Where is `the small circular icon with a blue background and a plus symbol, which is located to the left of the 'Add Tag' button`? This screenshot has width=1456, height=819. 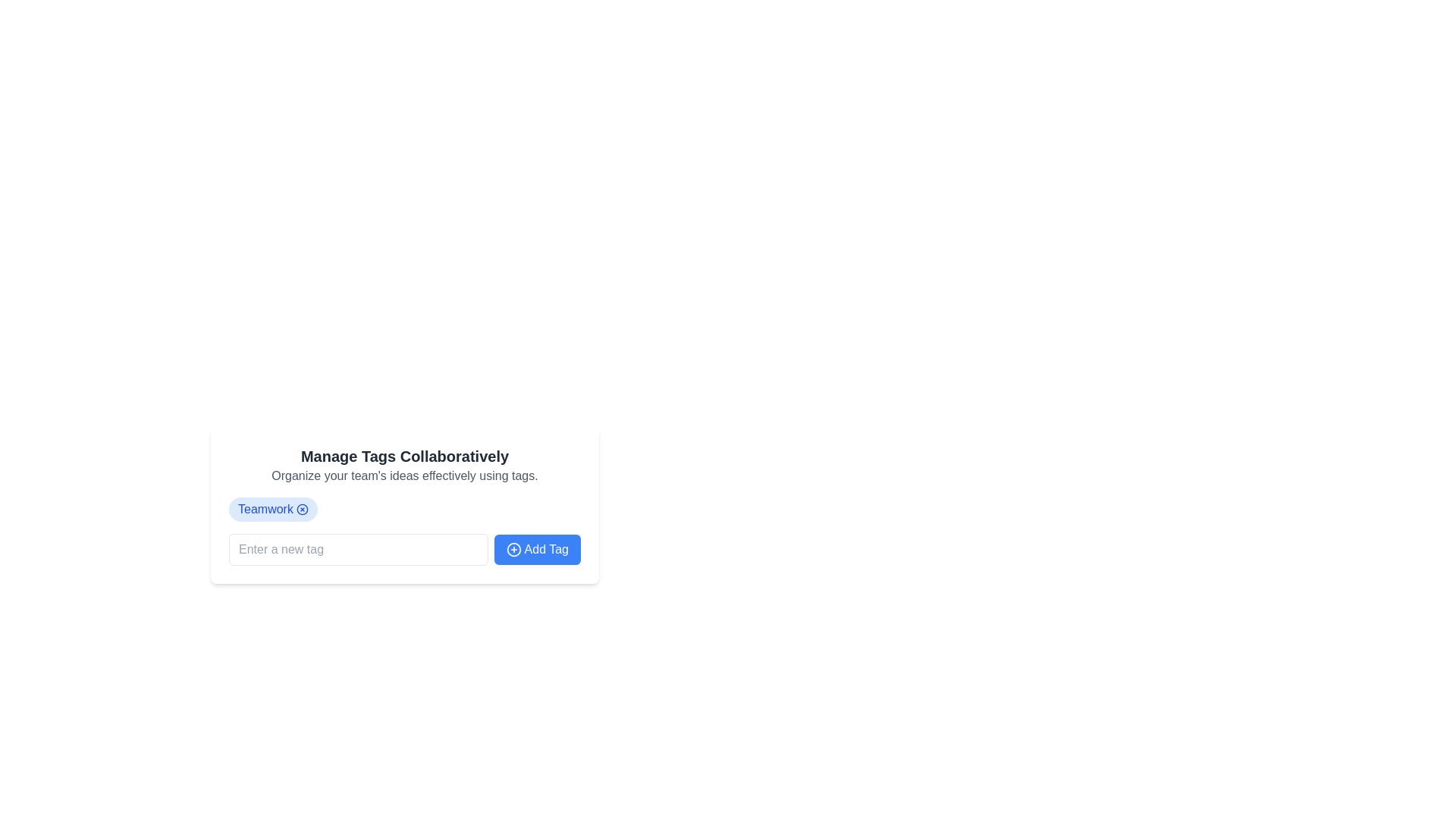 the small circular icon with a blue background and a plus symbol, which is located to the left of the 'Add Tag' button is located at coordinates (513, 550).